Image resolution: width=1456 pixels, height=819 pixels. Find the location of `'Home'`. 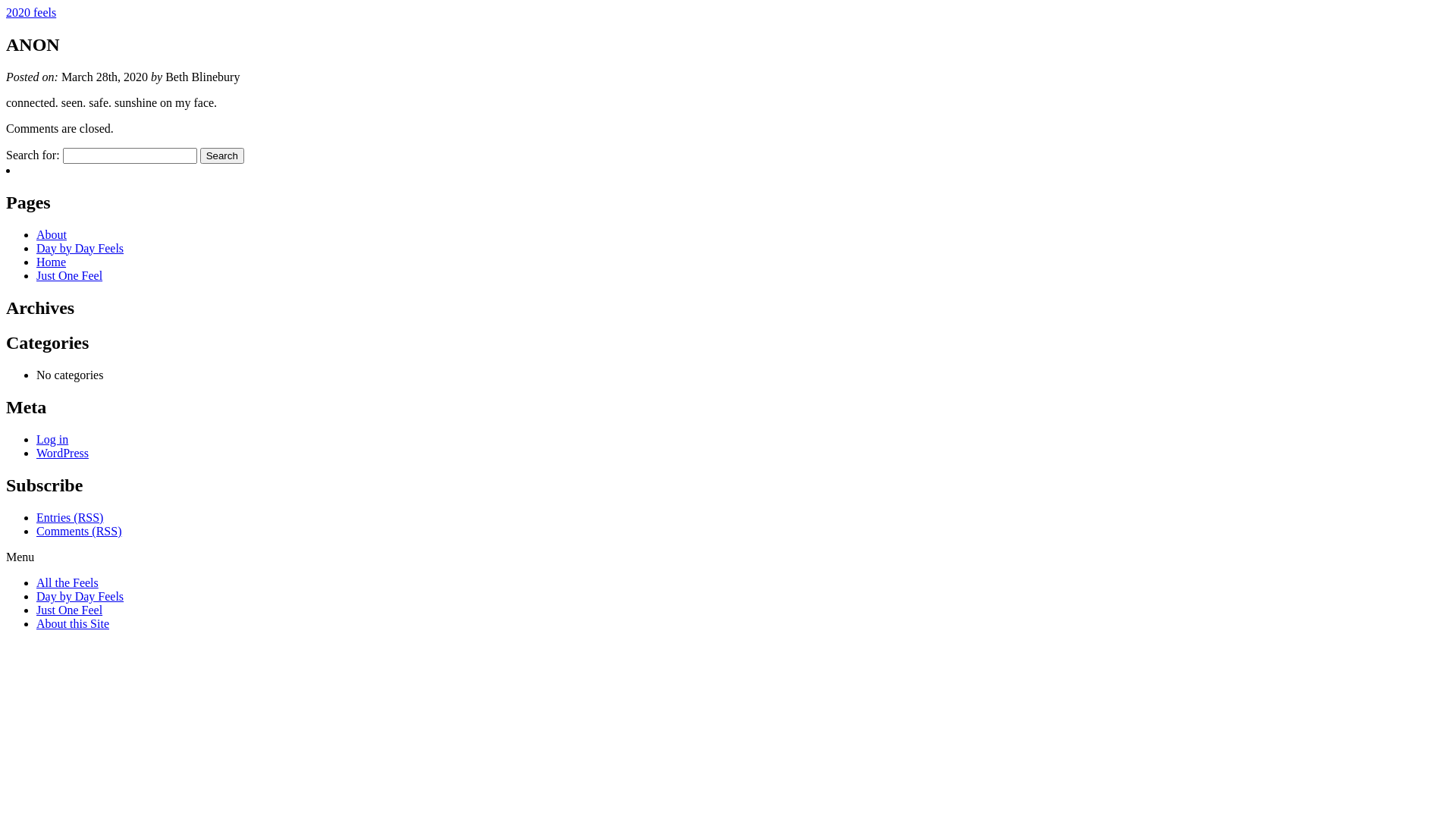

'Home' is located at coordinates (51, 261).